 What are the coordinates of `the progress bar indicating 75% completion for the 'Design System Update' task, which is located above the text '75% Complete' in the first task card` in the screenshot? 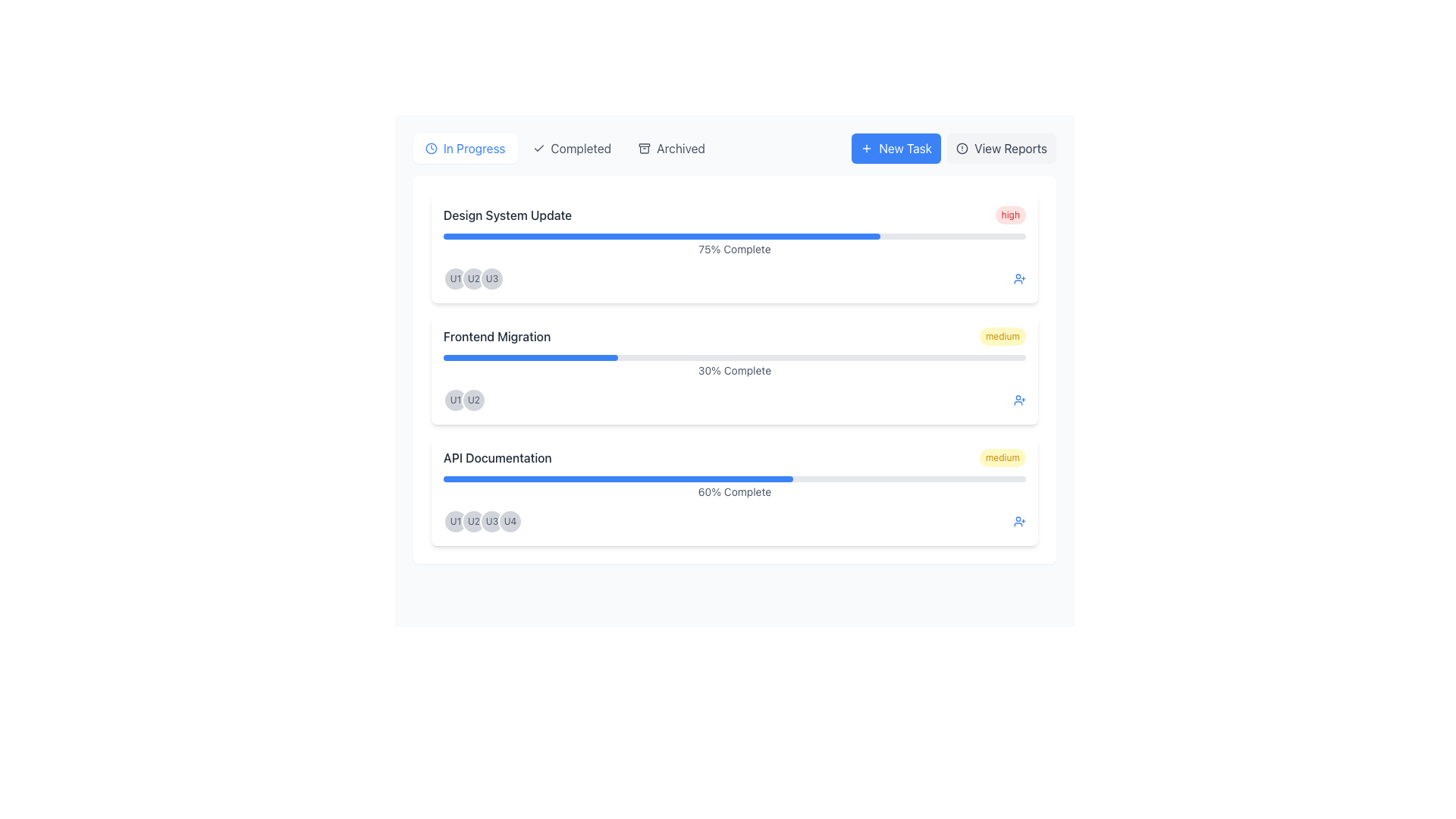 It's located at (662, 237).